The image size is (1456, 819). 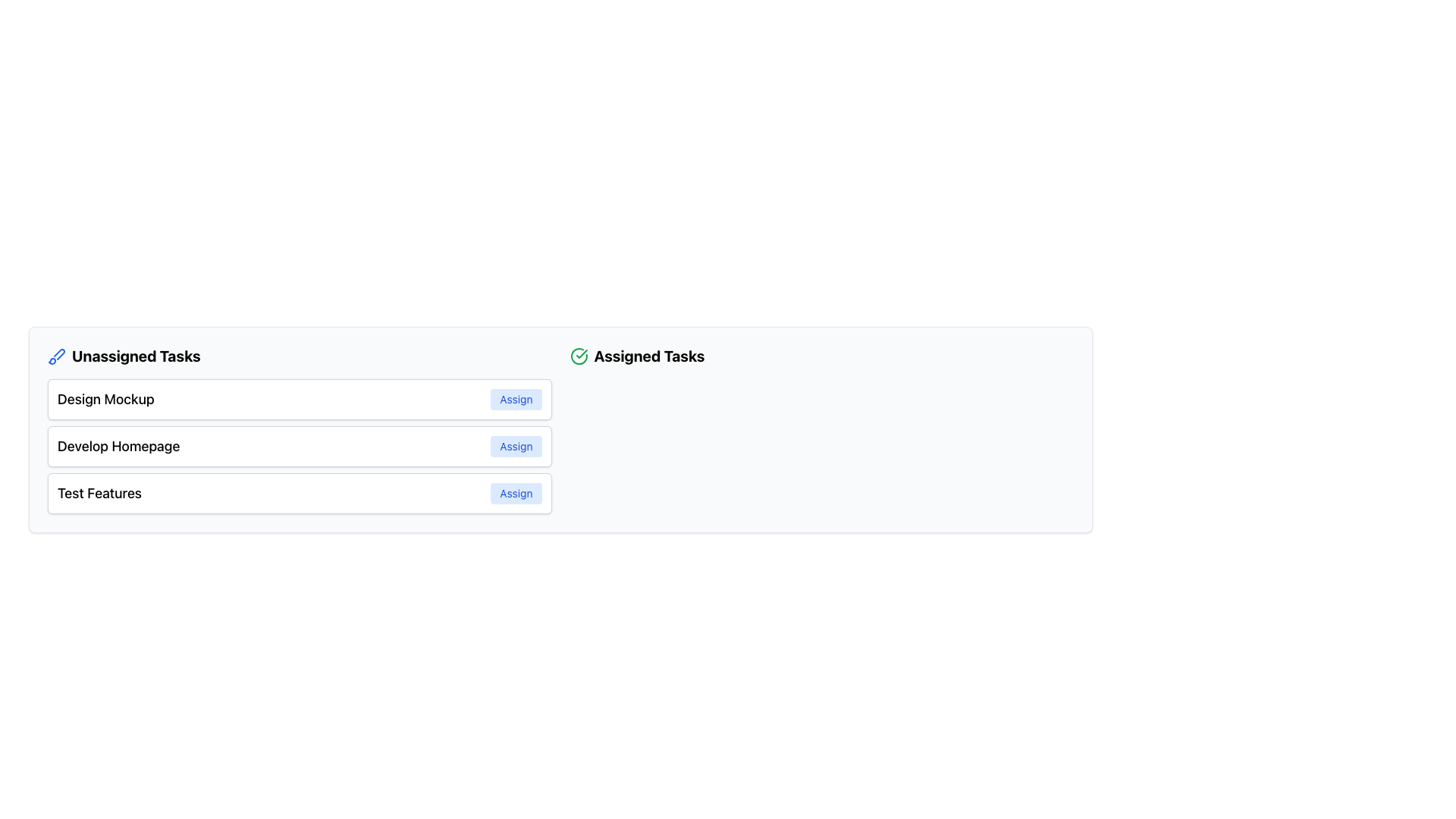 I want to click on the Text Label that serves as a title or identification for a row within a list, located next to the 'Assign' button, so click(x=99, y=494).